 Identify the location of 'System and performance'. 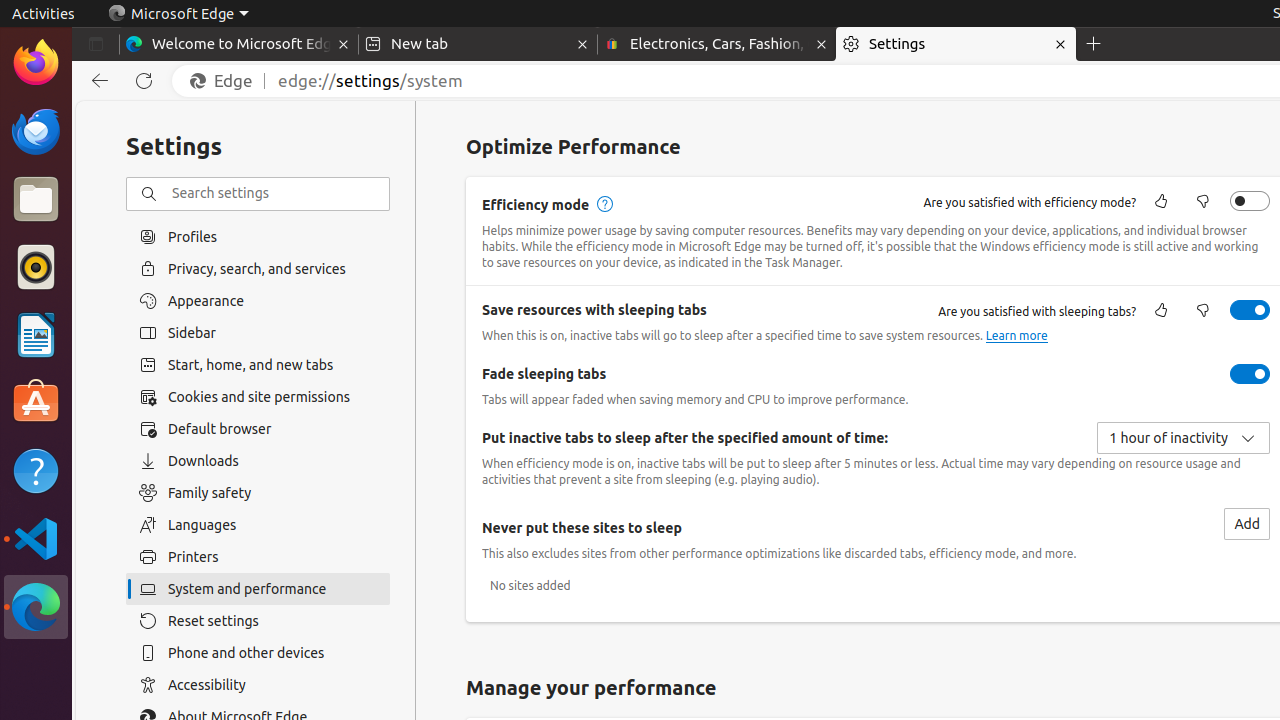
(257, 588).